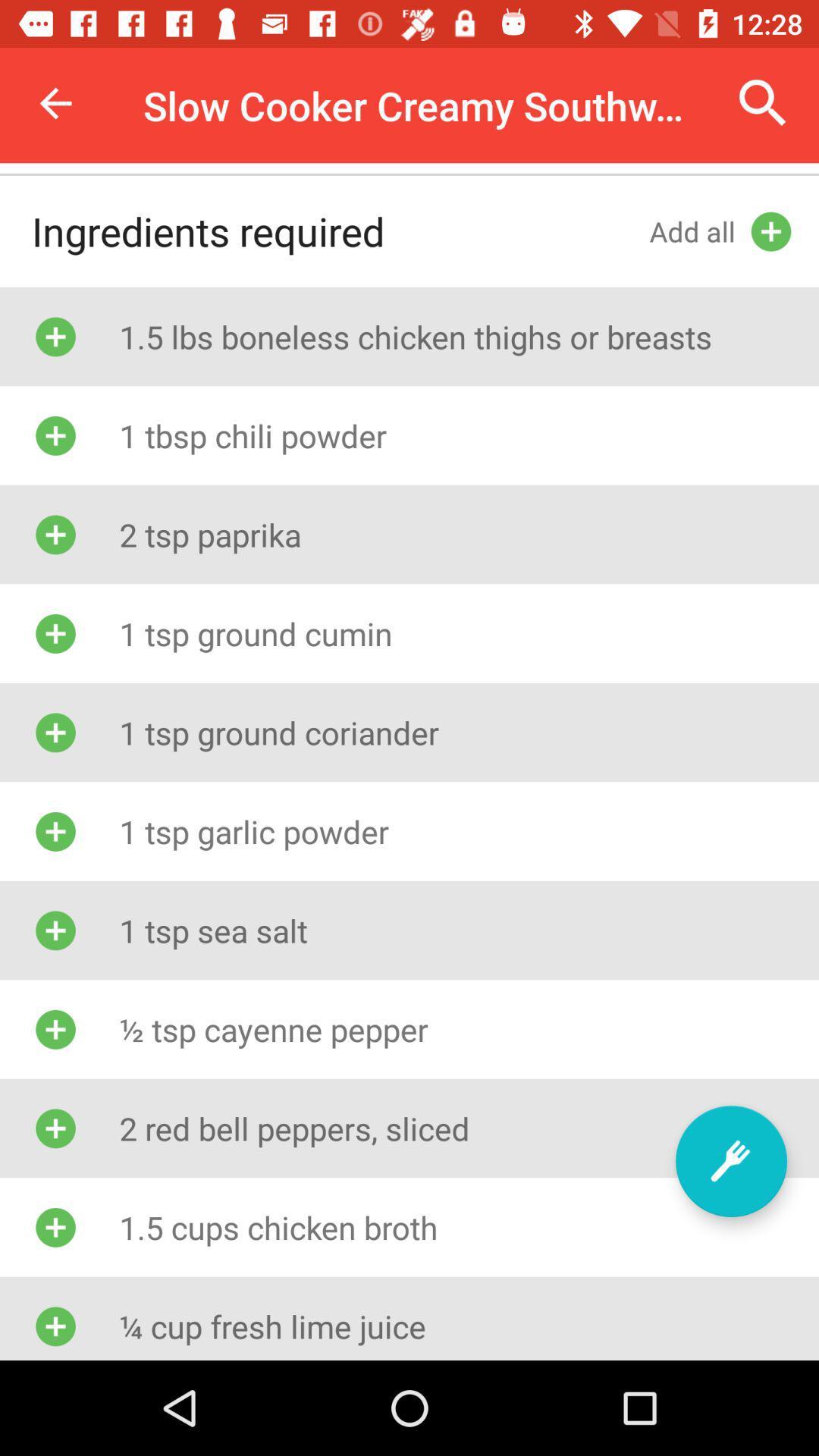  I want to click on icon above the ingredients required item, so click(55, 102).